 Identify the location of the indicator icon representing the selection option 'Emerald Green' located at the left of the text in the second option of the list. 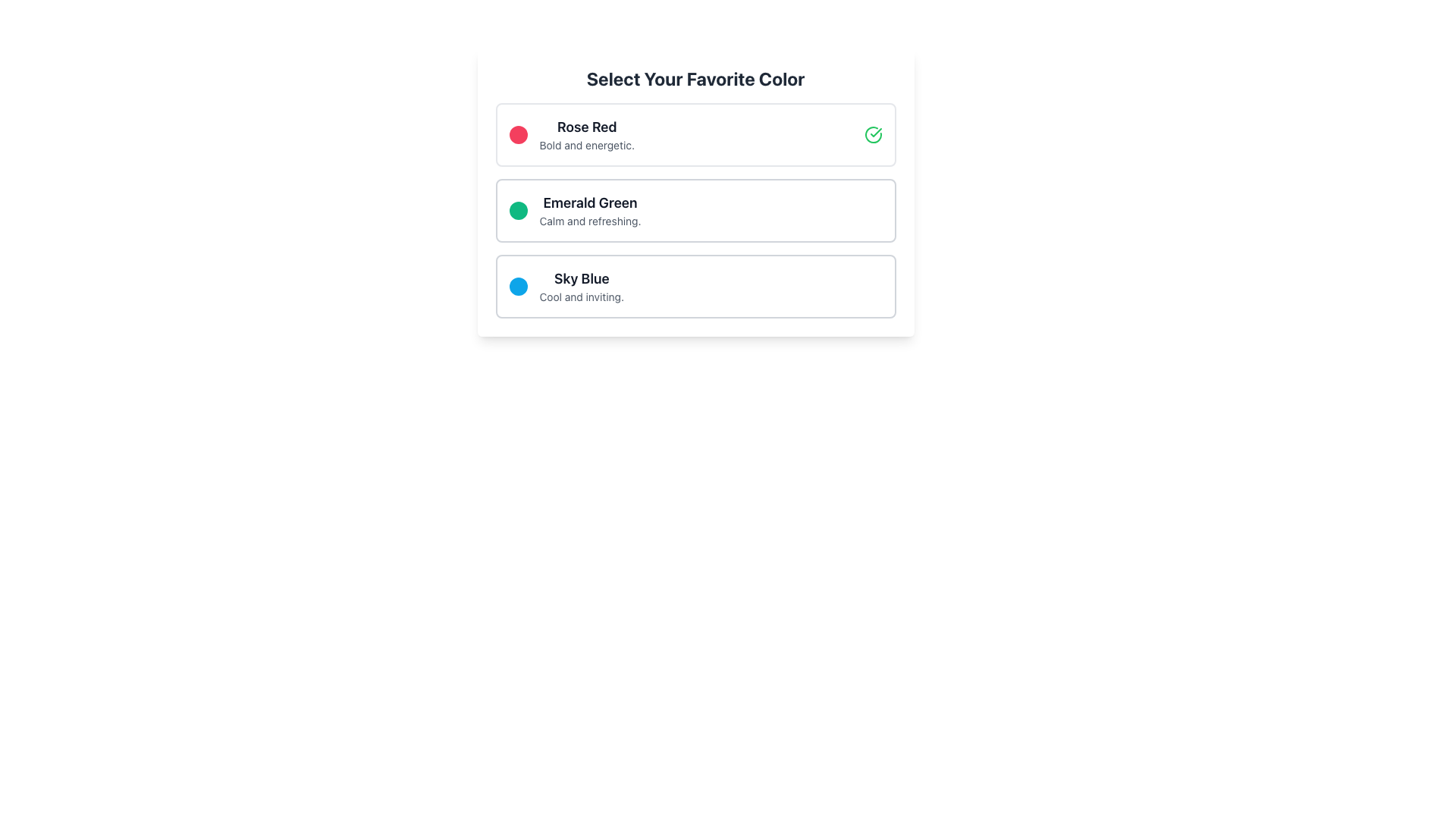
(518, 210).